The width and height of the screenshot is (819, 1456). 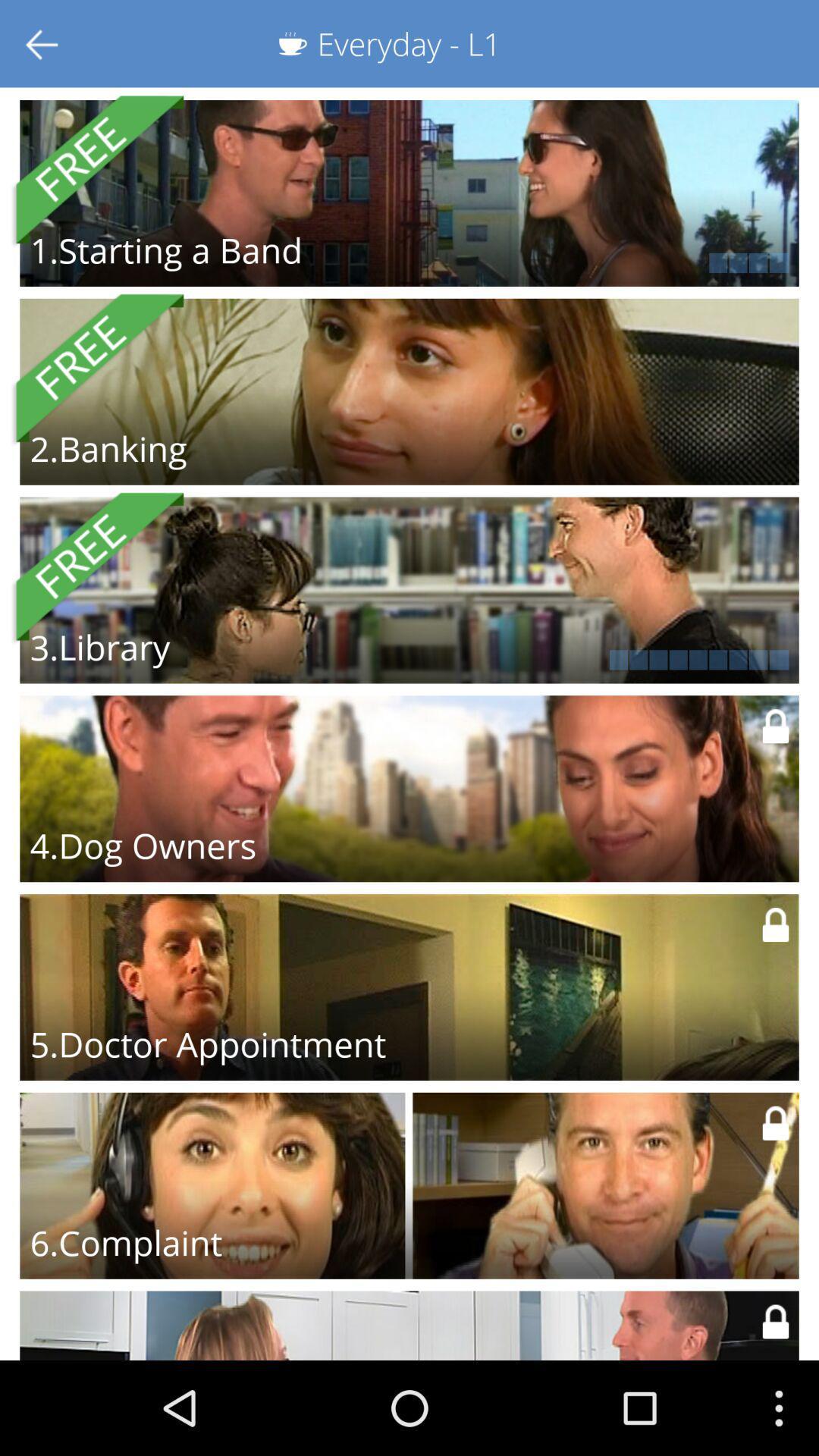 What do you see at coordinates (409, 392) in the screenshot?
I see `the second frame from top` at bounding box center [409, 392].